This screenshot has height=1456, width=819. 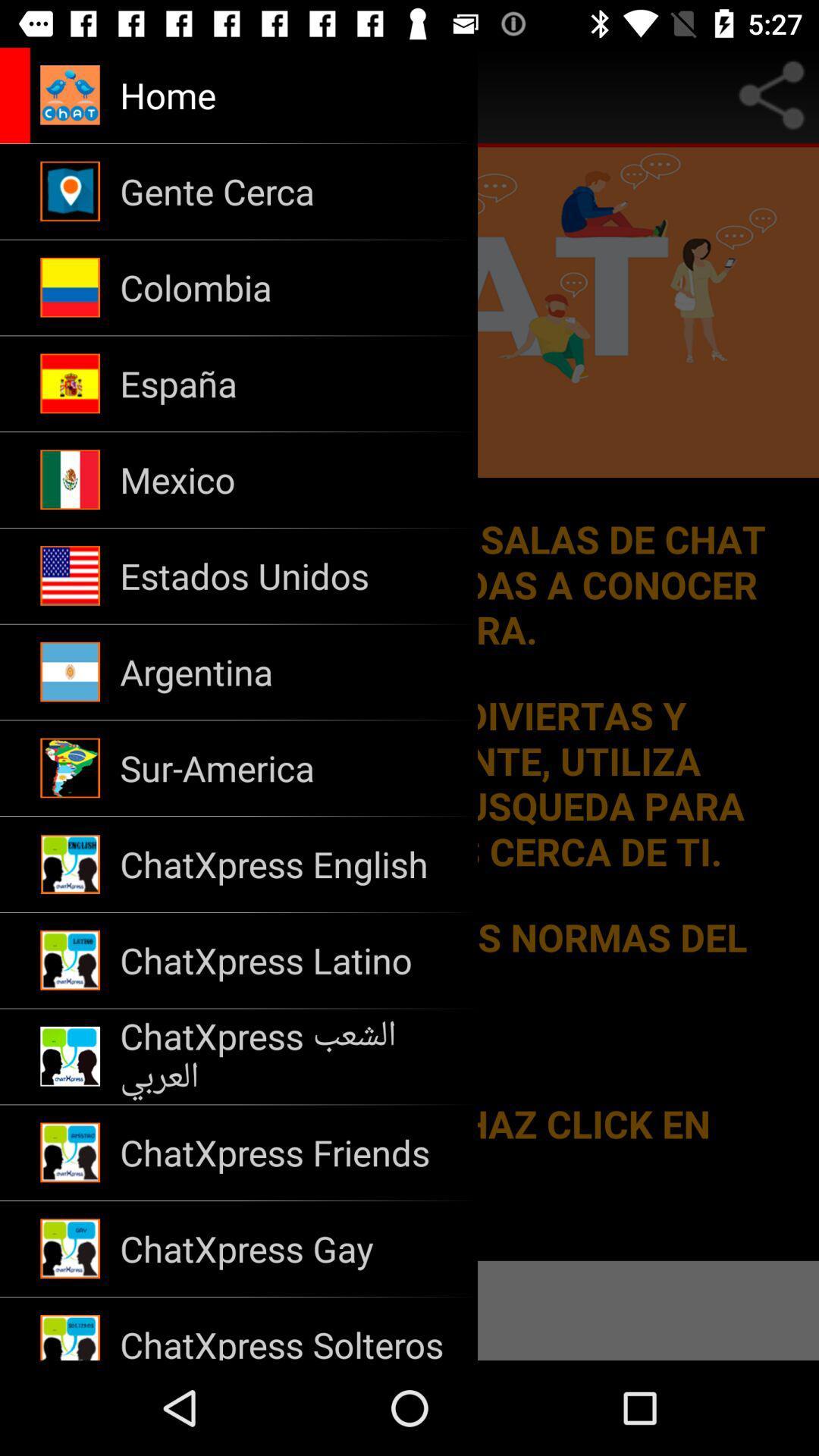 What do you see at coordinates (289, 575) in the screenshot?
I see `the app below mexico icon` at bounding box center [289, 575].